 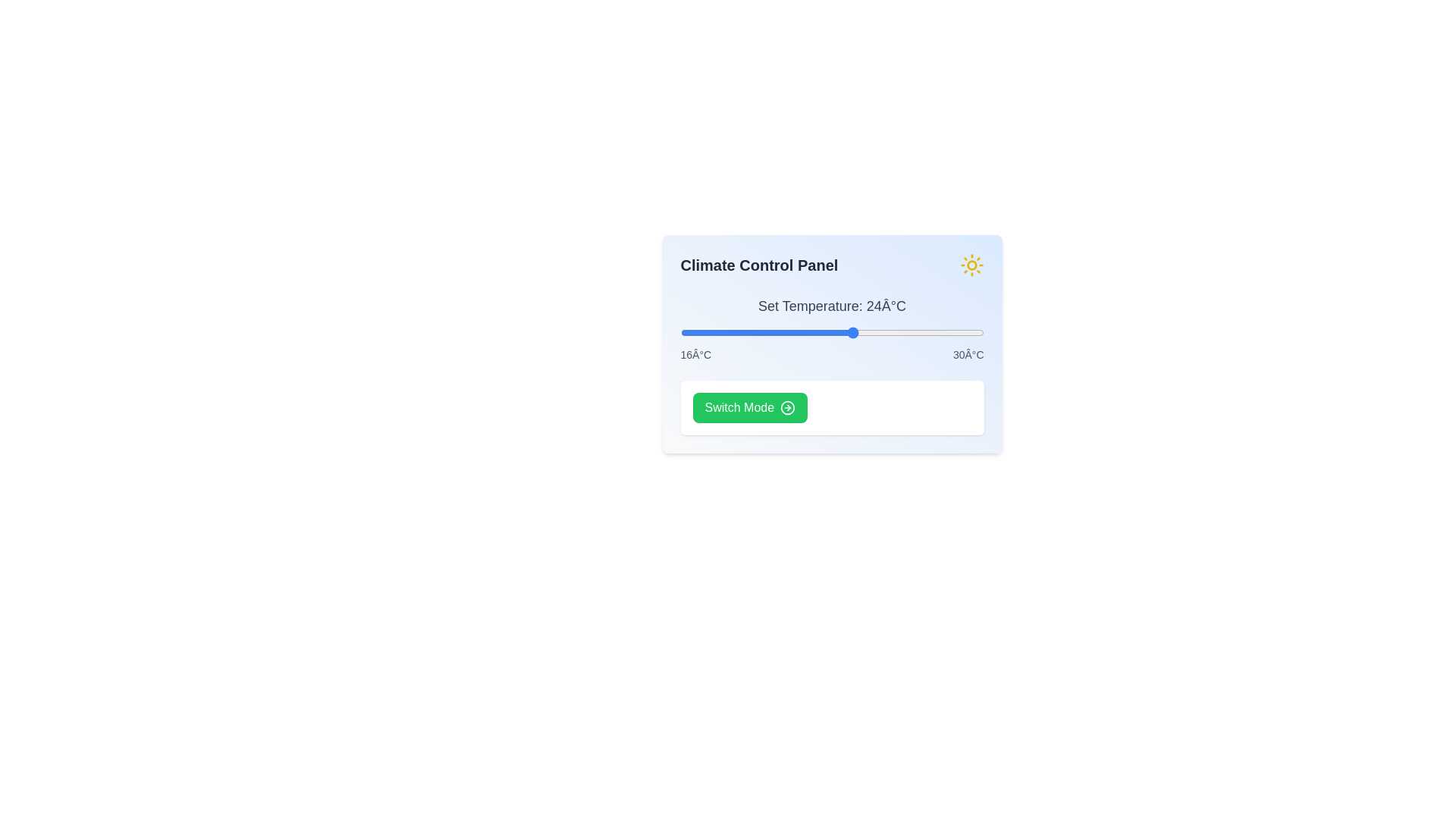 I want to click on the header 'Climate Control Panel' with the sun icon to trigger tooltip or highlight effects, so click(x=831, y=265).